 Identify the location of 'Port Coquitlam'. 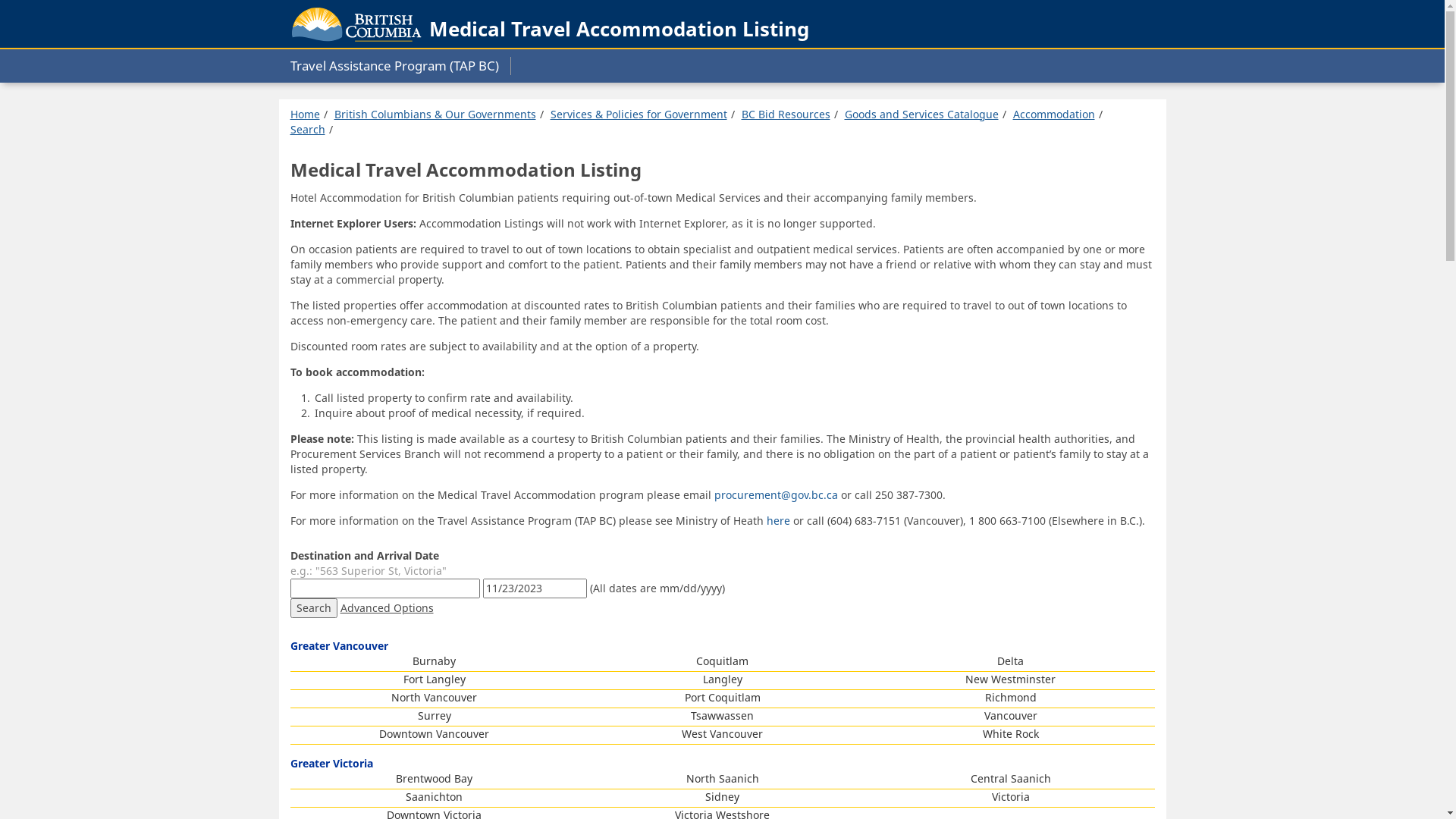
(683, 697).